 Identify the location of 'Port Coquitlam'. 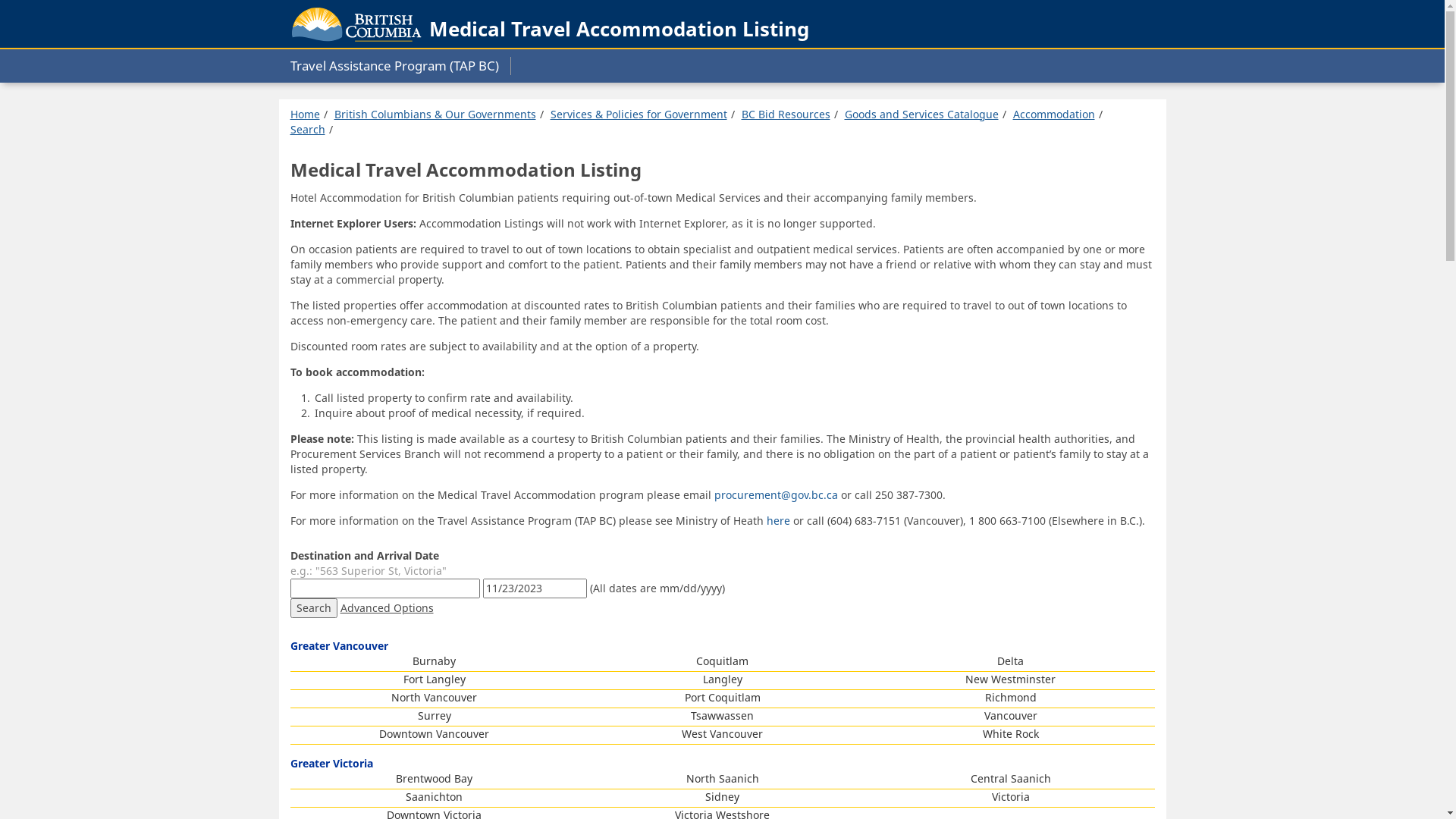
(683, 697).